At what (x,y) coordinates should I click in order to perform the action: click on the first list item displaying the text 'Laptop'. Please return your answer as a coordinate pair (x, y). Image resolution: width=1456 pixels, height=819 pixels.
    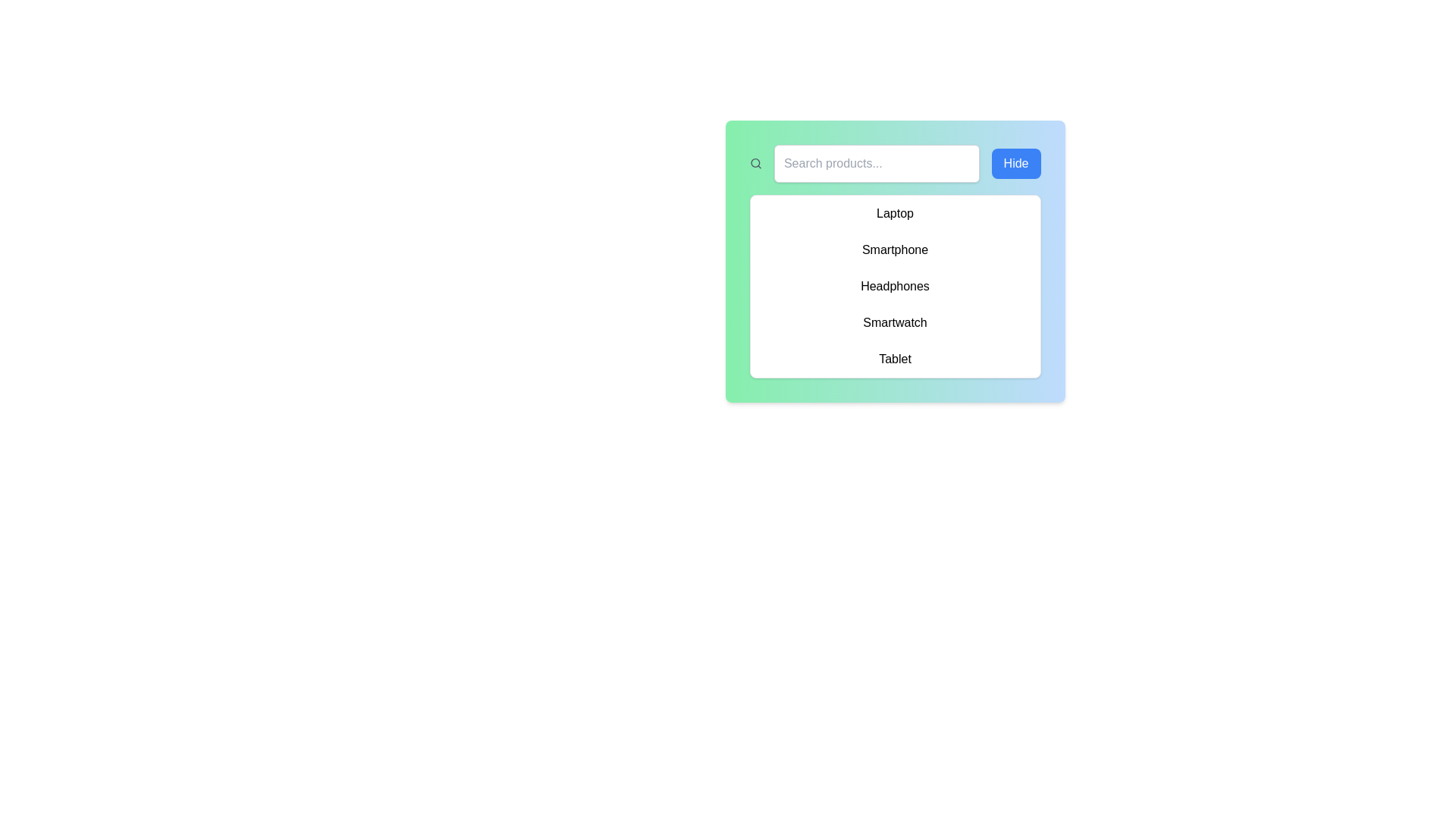
    Looking at the image, I should click on (895, 213).